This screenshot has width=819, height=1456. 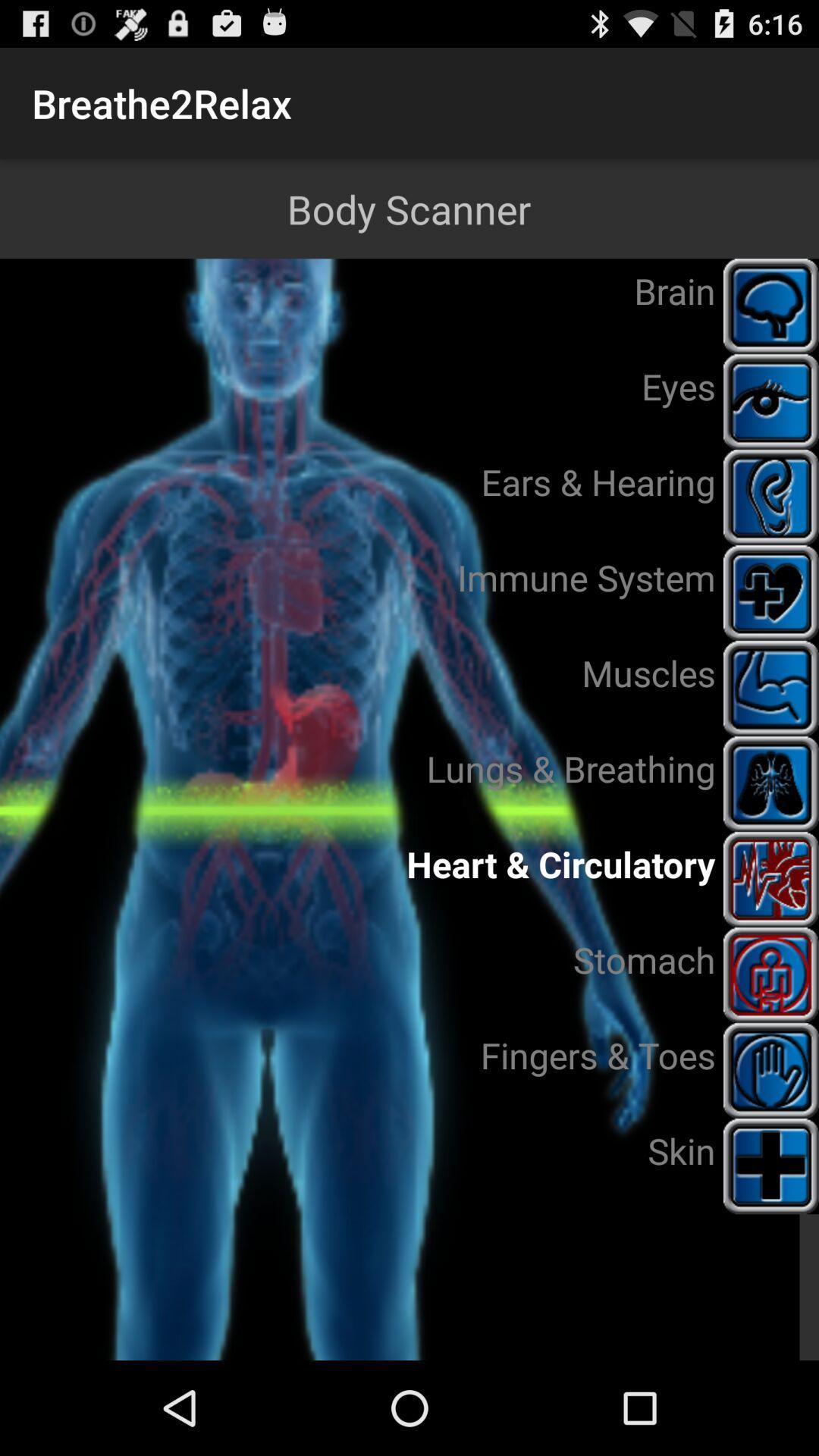 What do you see at coordinates (771, 687) in the screenshot?
I see `the muscles icon` at bounding box center [771, 687].